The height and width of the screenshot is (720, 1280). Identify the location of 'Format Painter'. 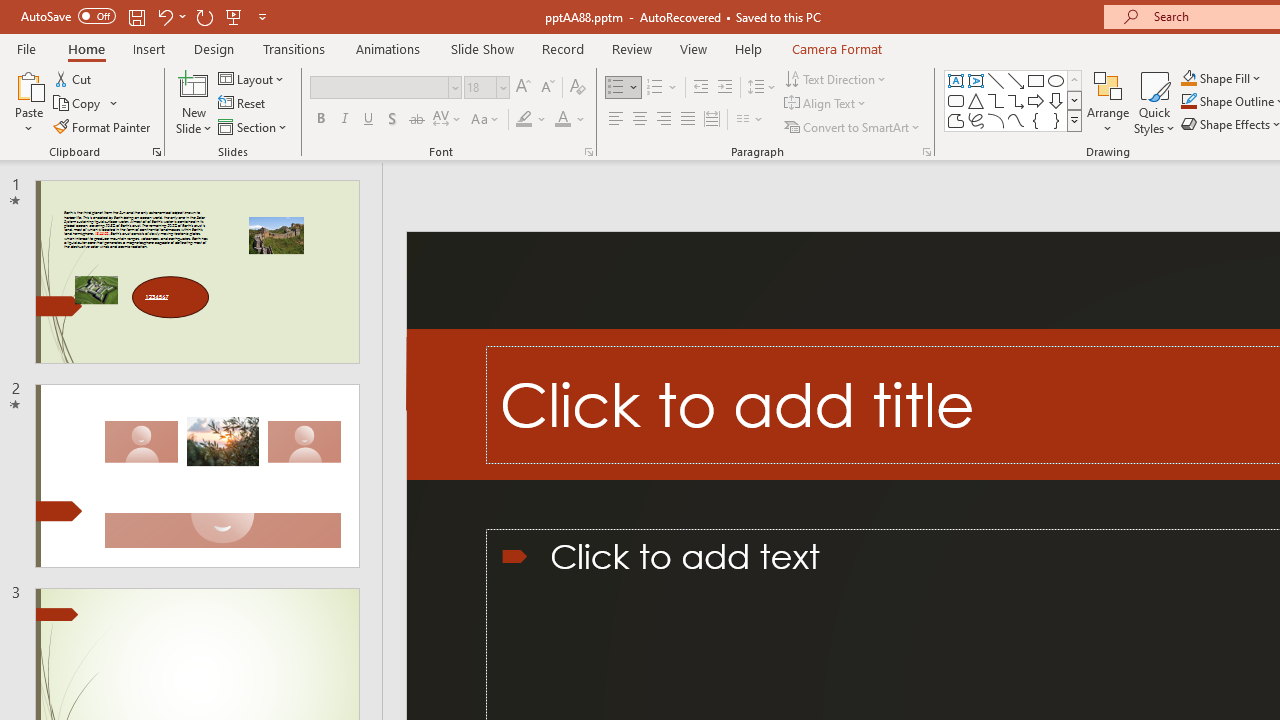
(102, 127).